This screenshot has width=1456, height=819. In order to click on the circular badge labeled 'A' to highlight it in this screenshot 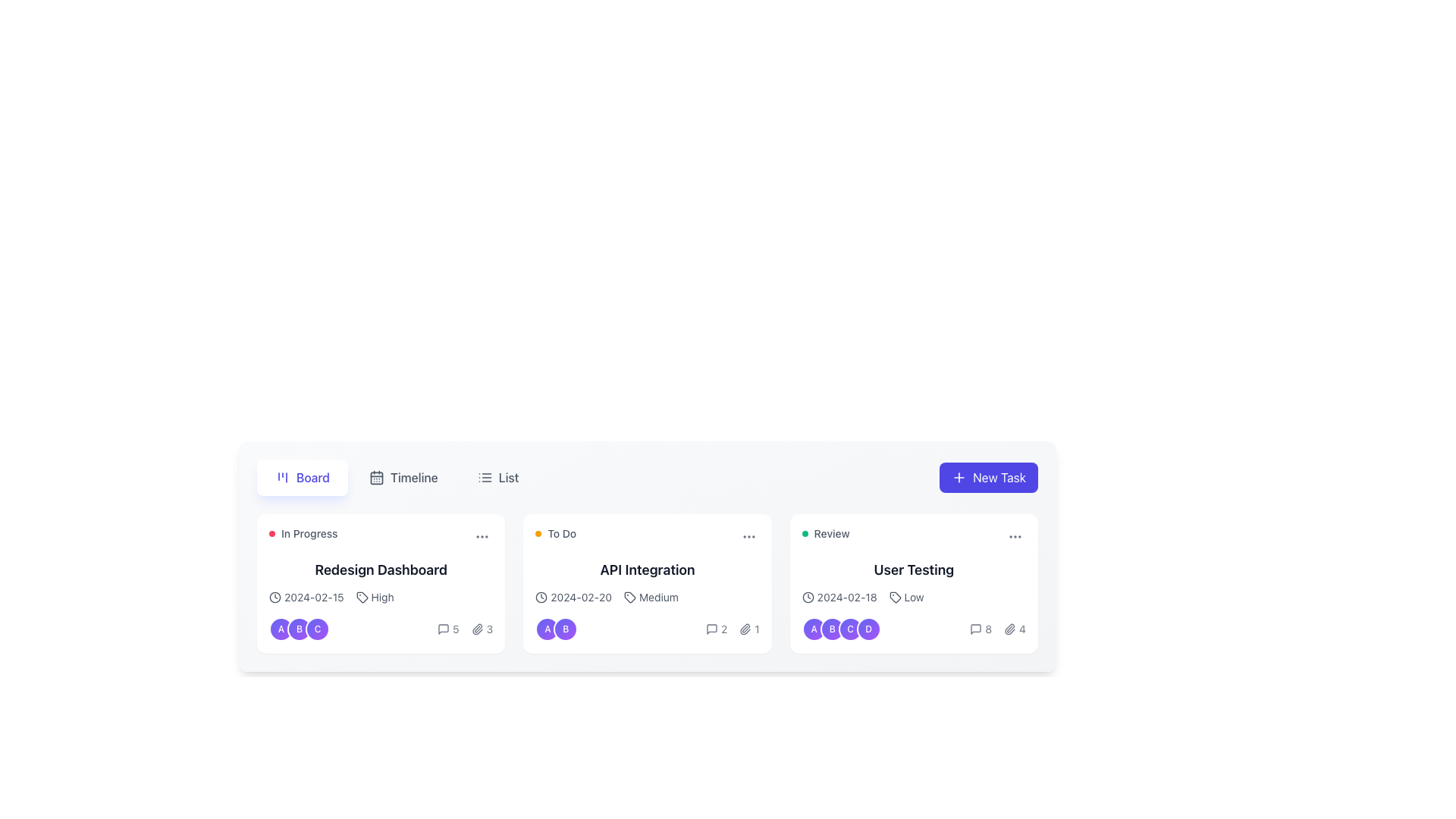, I will do `click(813, 629)`.